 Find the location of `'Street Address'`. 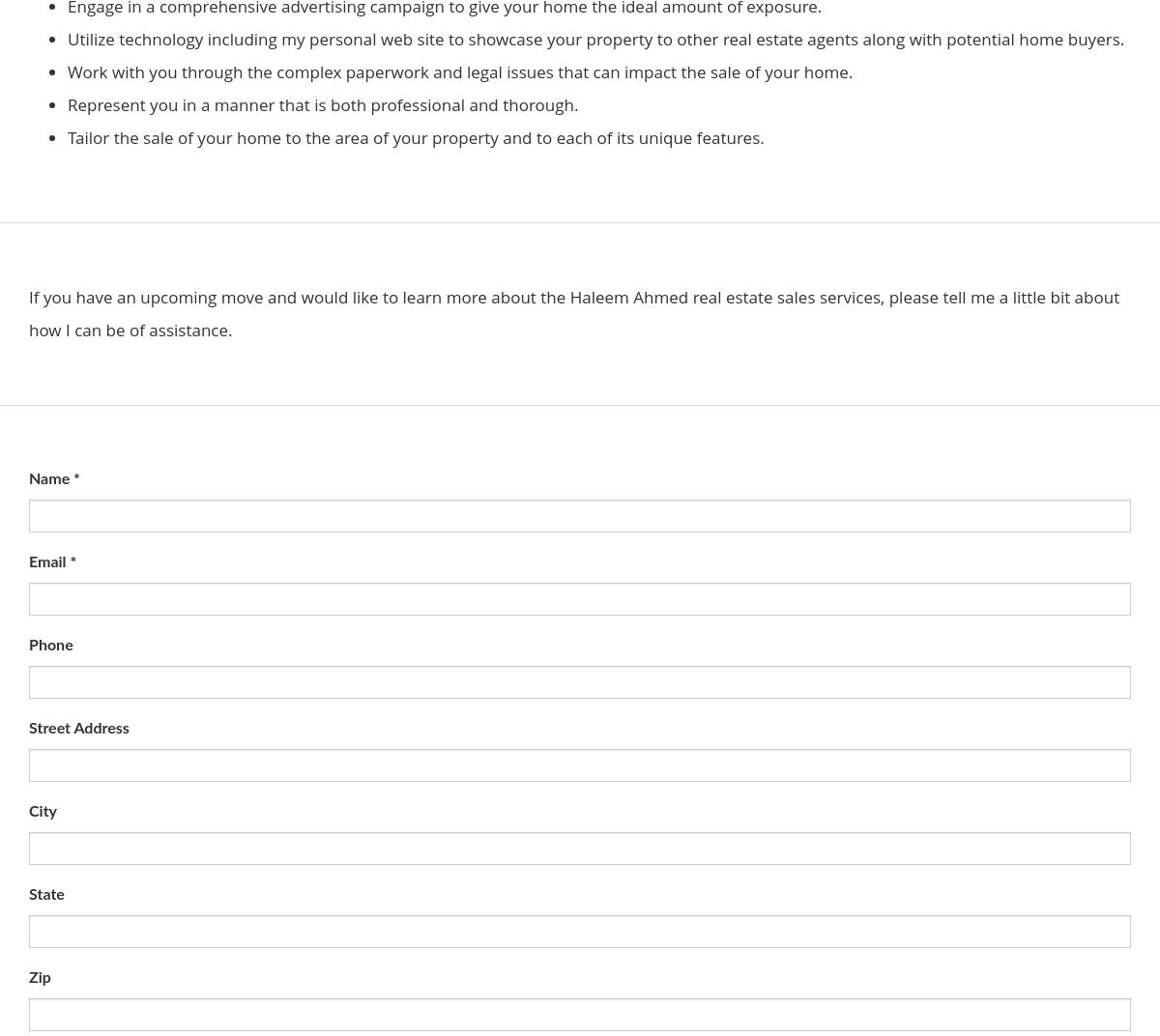

'Street Address' is located at coordinates (78, 729).